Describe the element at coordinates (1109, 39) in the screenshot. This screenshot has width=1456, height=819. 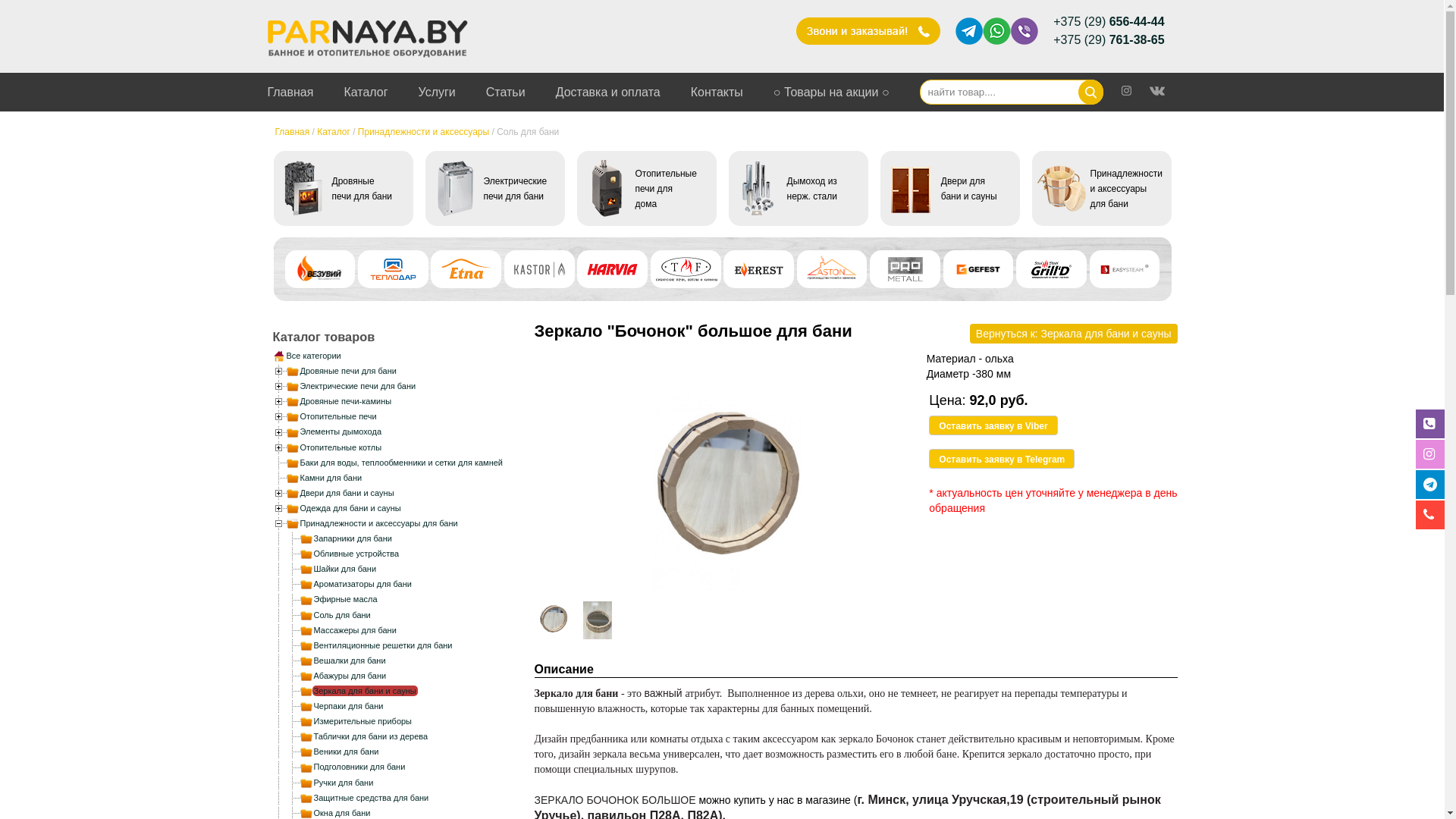
I see `'+375 (29) 761-38-65'` at that location.